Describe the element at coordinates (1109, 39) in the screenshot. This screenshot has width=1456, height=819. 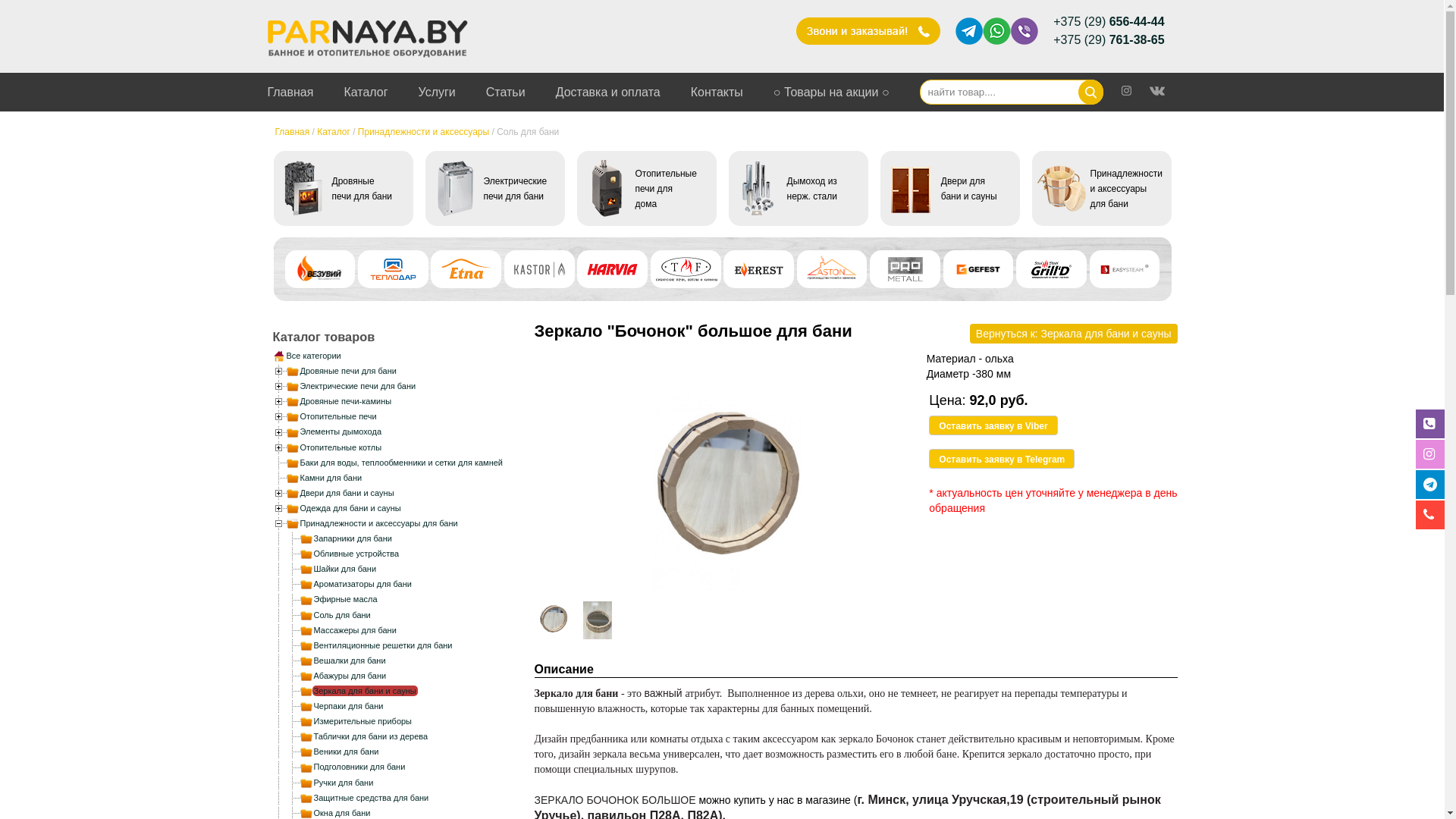
I see `'+375 (29) 761-38-65'` at that location.